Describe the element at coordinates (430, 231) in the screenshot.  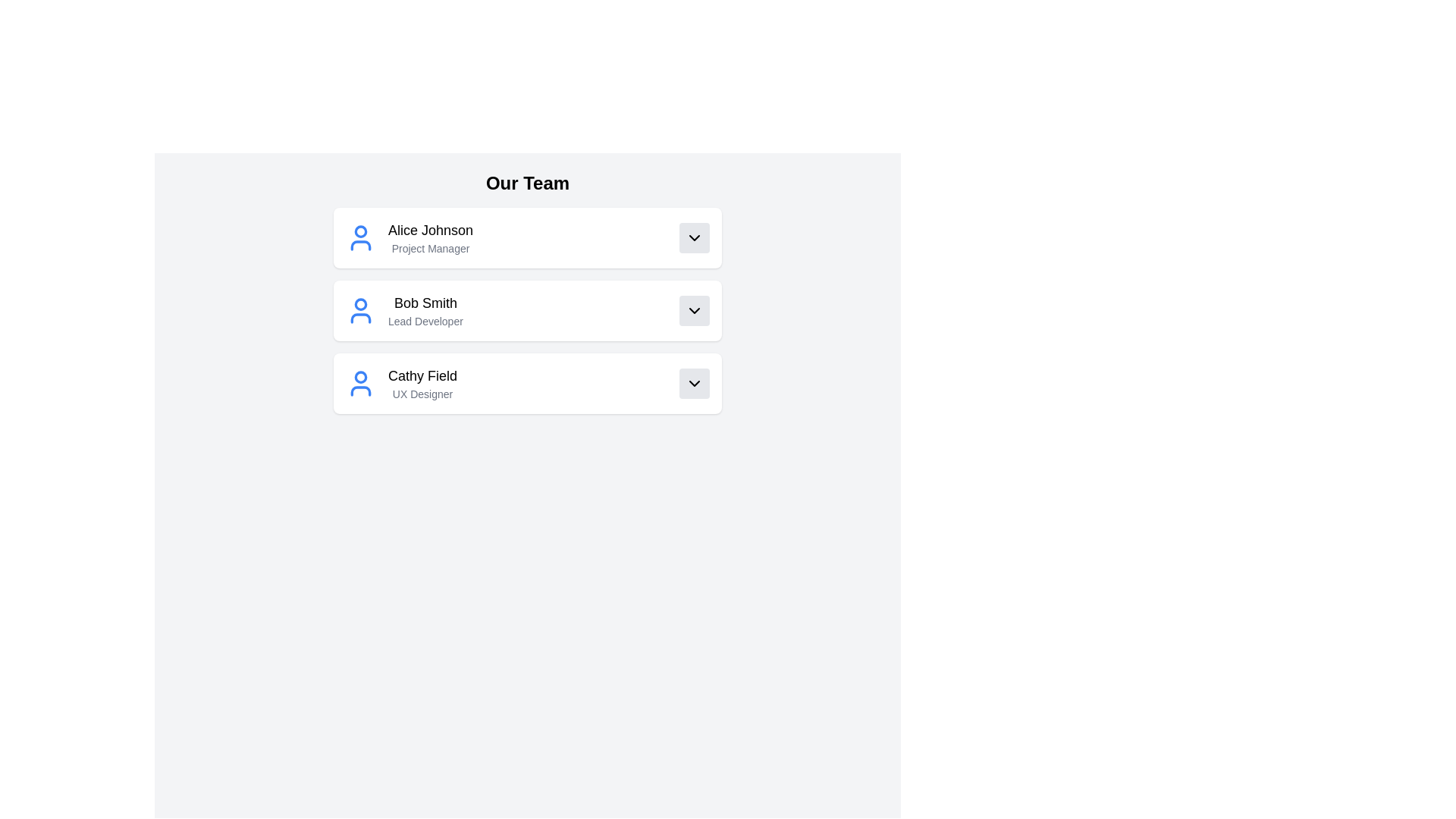
I see `the static text label displaying the name 'Alice Johnson', which is located in the upper-middle region of the interface under the heading 'Our Team'` at that location.